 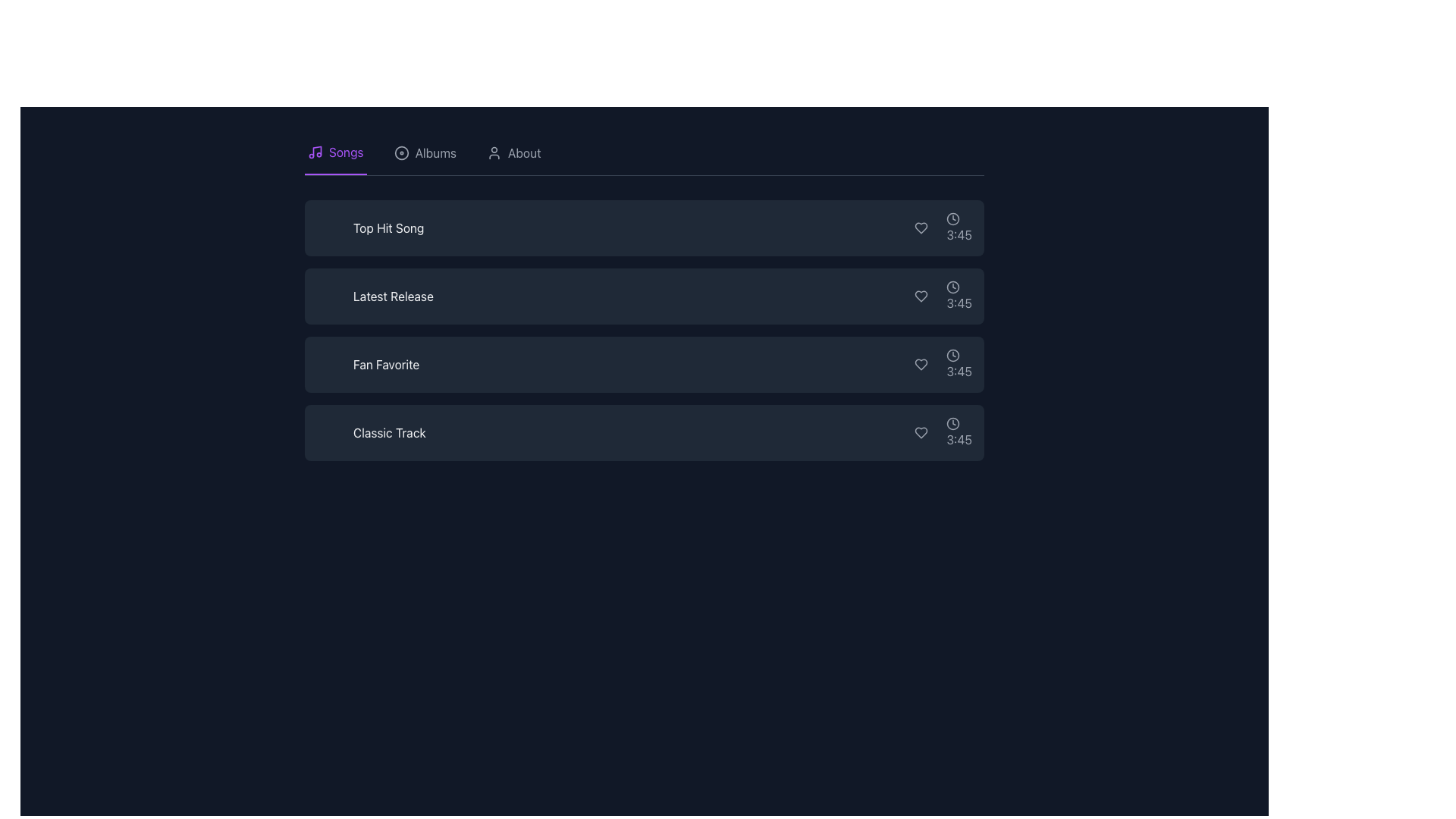 I want to click on the heart icon, so click(x=921, y=227).